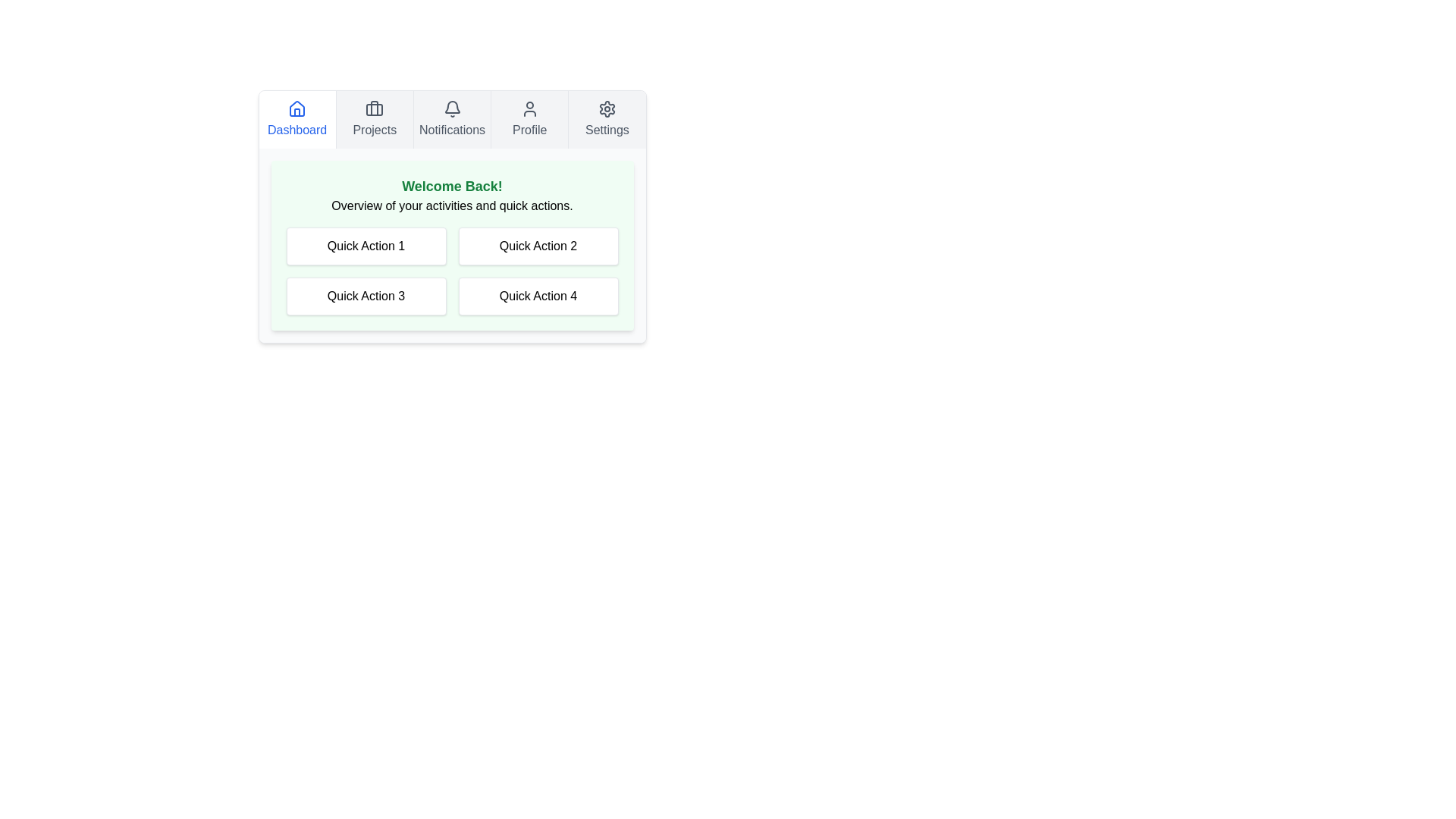  Describe the element at coordinates (450, 119) in the screenshot. I see `the navigation button for Notifications, which is the third item in the horizontal menu between 'Projects' and 'Profile'` at that location.